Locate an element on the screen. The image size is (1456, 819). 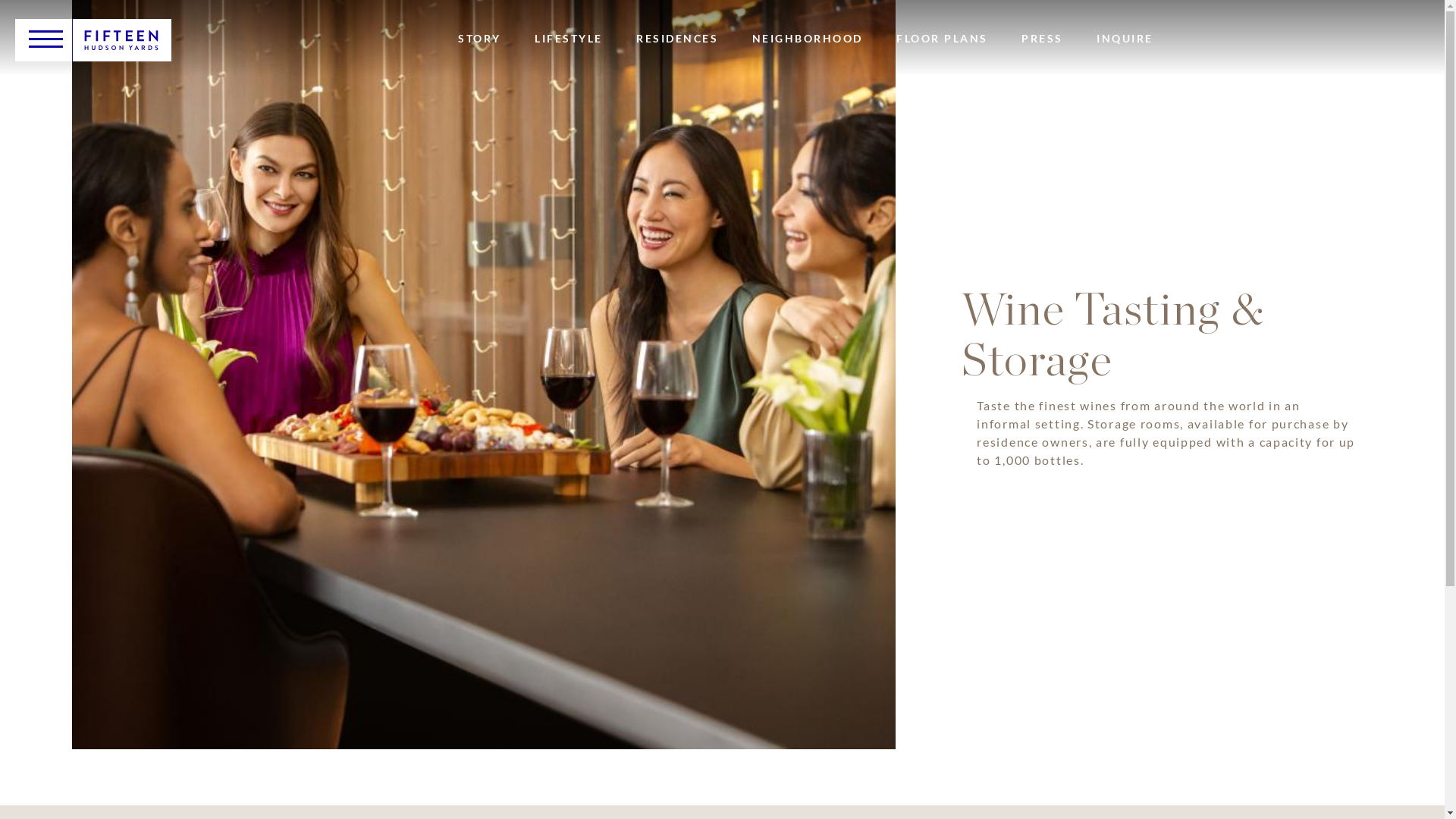
'LIFESTYLE' is located at coordinates (535, 37).